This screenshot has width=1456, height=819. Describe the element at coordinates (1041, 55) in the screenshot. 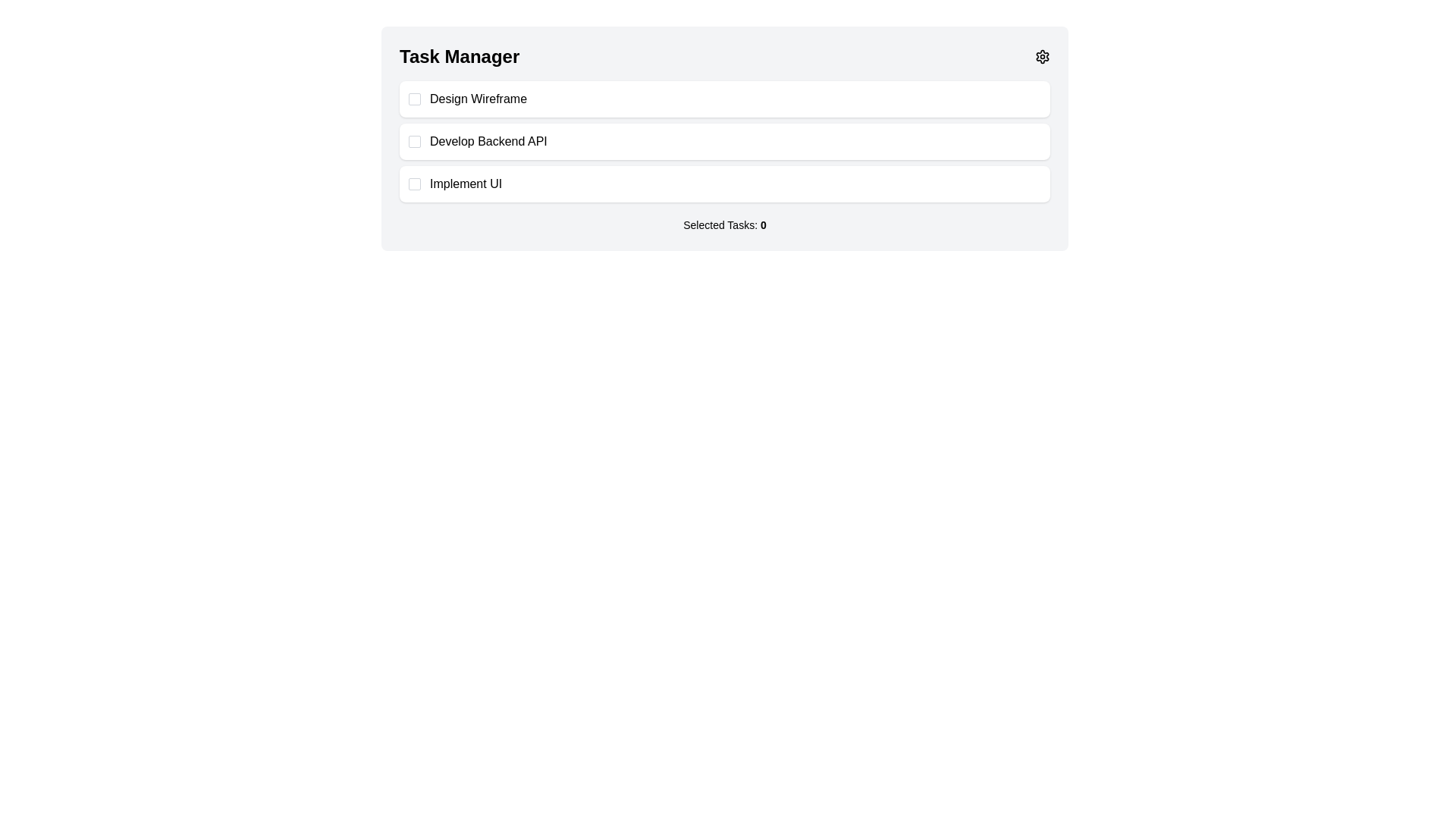

I see `the small circular gear icon located next to the 'Task Manager' title` at that location.